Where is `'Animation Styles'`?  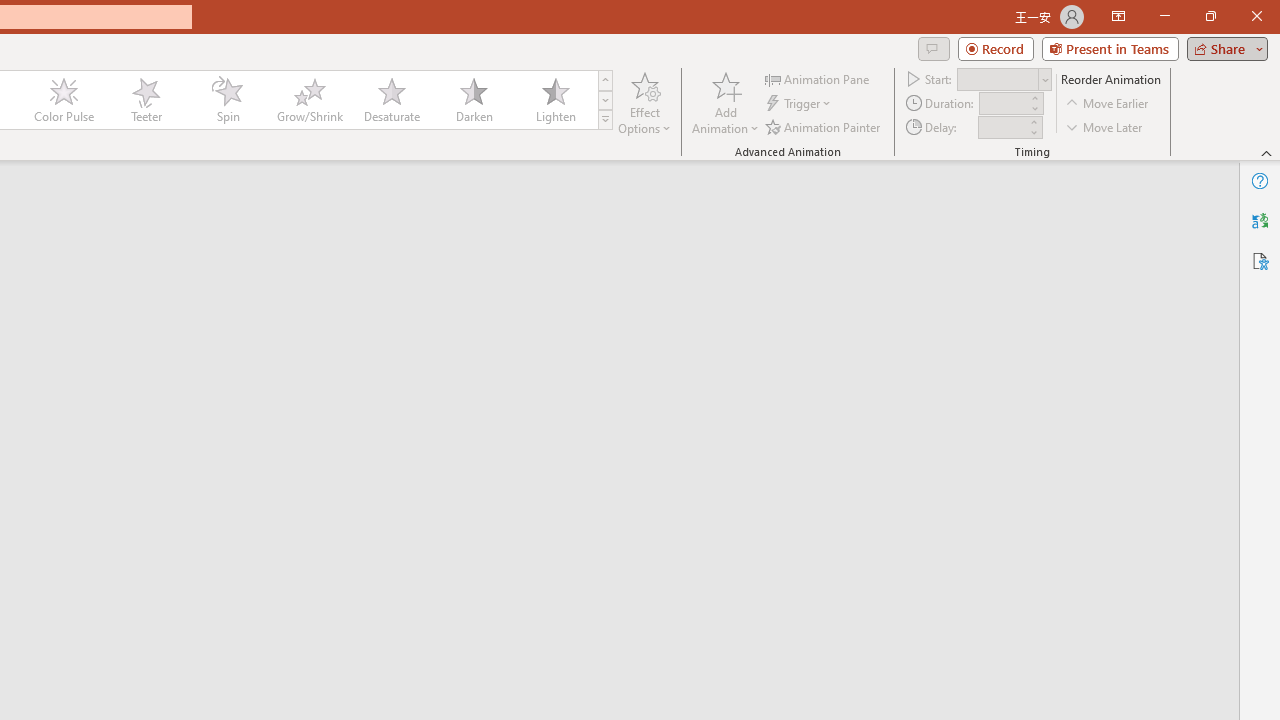
'Animation Styles' is located at coordinates (604, 120).